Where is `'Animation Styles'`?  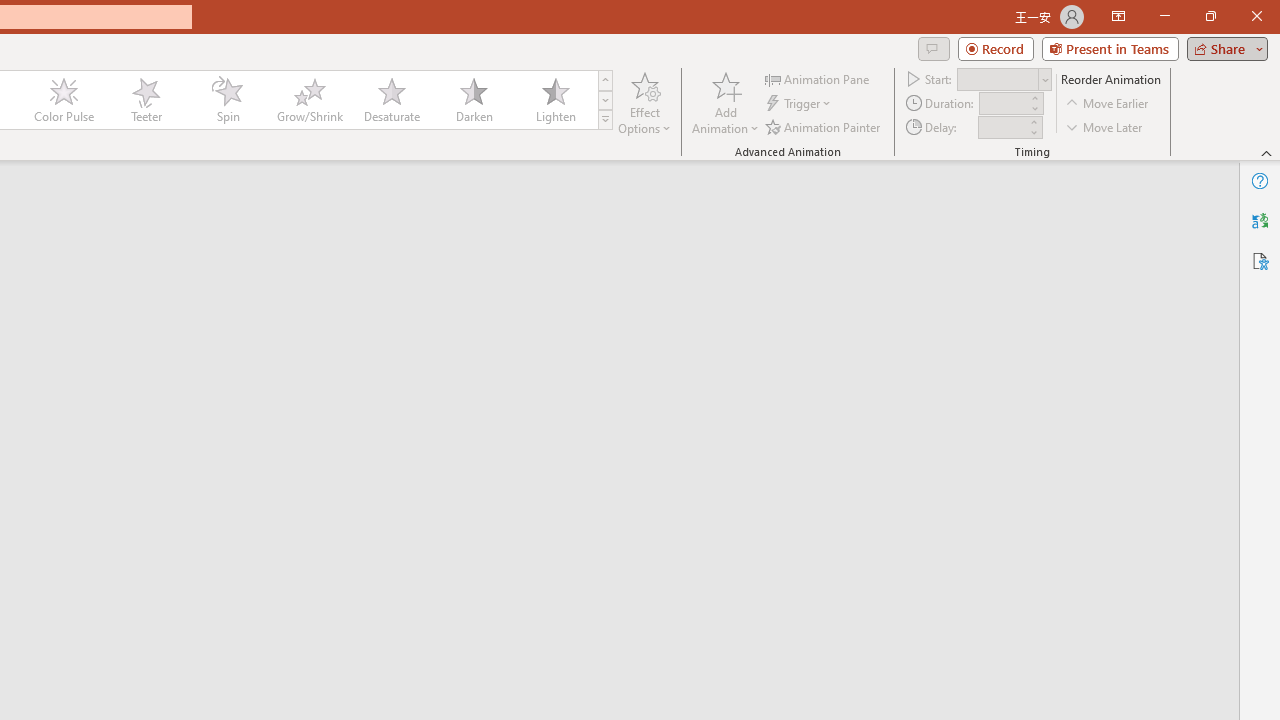
'Animation Styles' is located at coordinates (604, 120).